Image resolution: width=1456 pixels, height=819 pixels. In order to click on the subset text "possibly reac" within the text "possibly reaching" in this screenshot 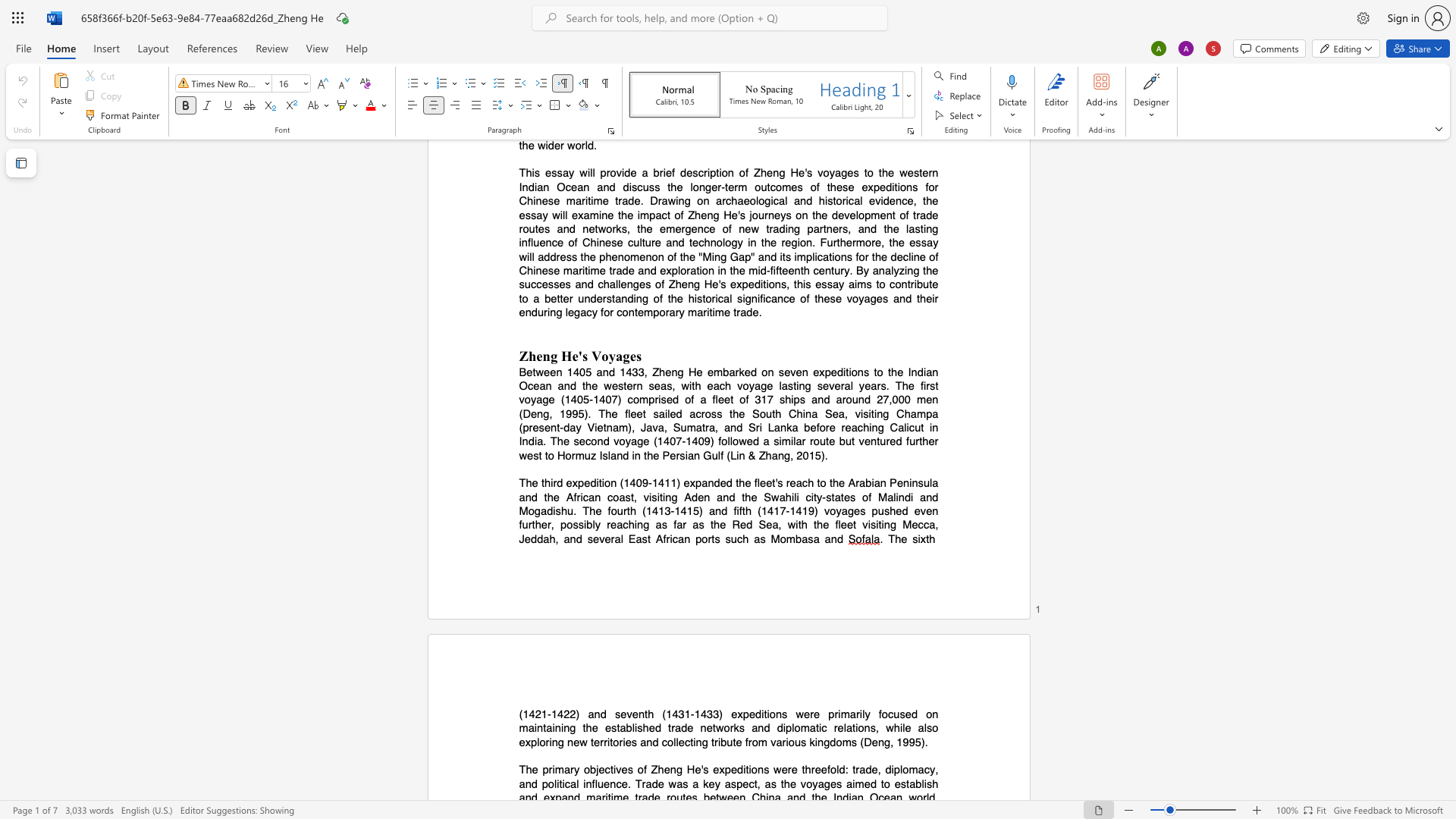, I will do `click(560, 524)`.